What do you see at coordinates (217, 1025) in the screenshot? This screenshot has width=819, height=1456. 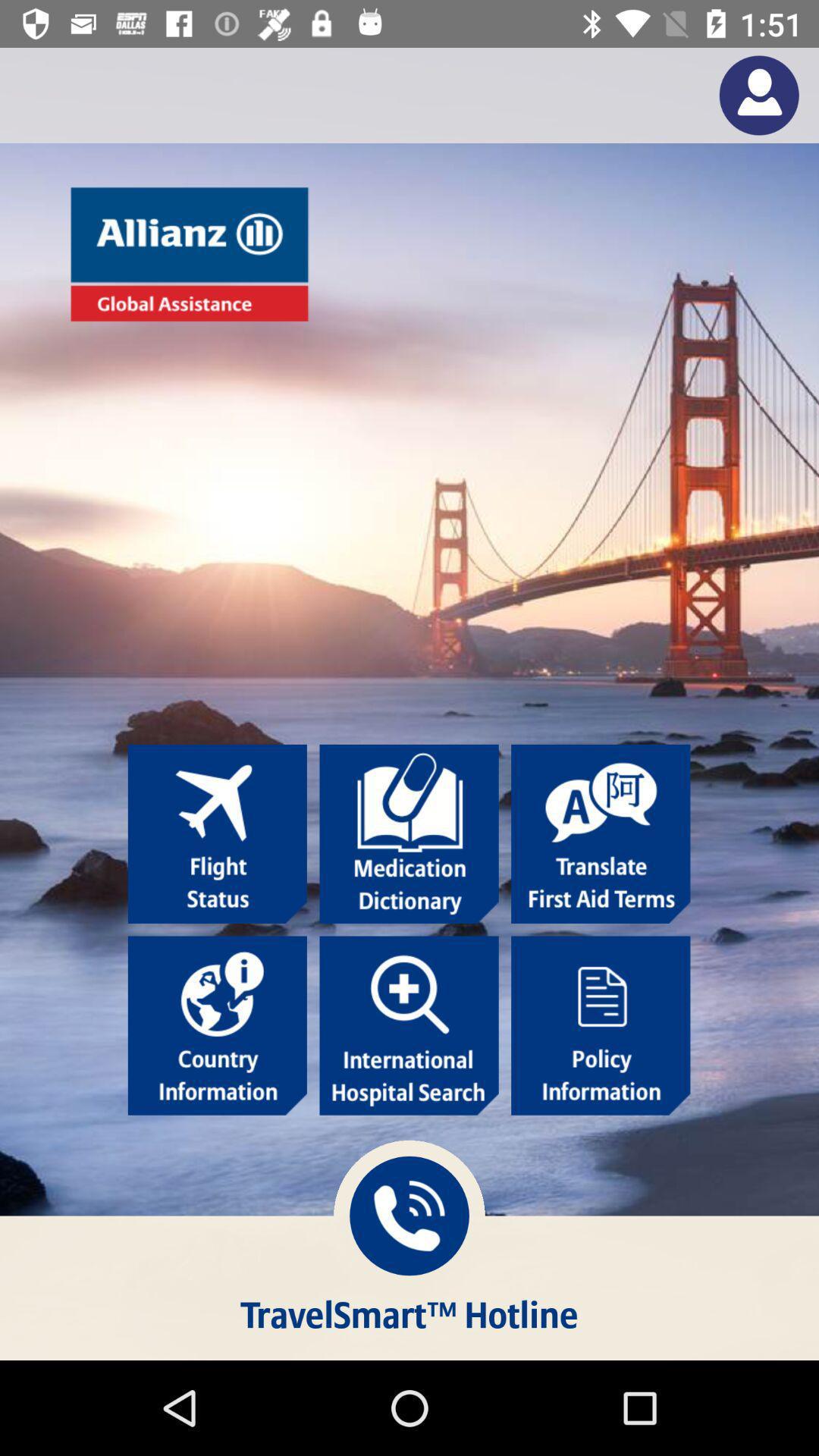 I see `country information` at bounding box center [217, 1025].